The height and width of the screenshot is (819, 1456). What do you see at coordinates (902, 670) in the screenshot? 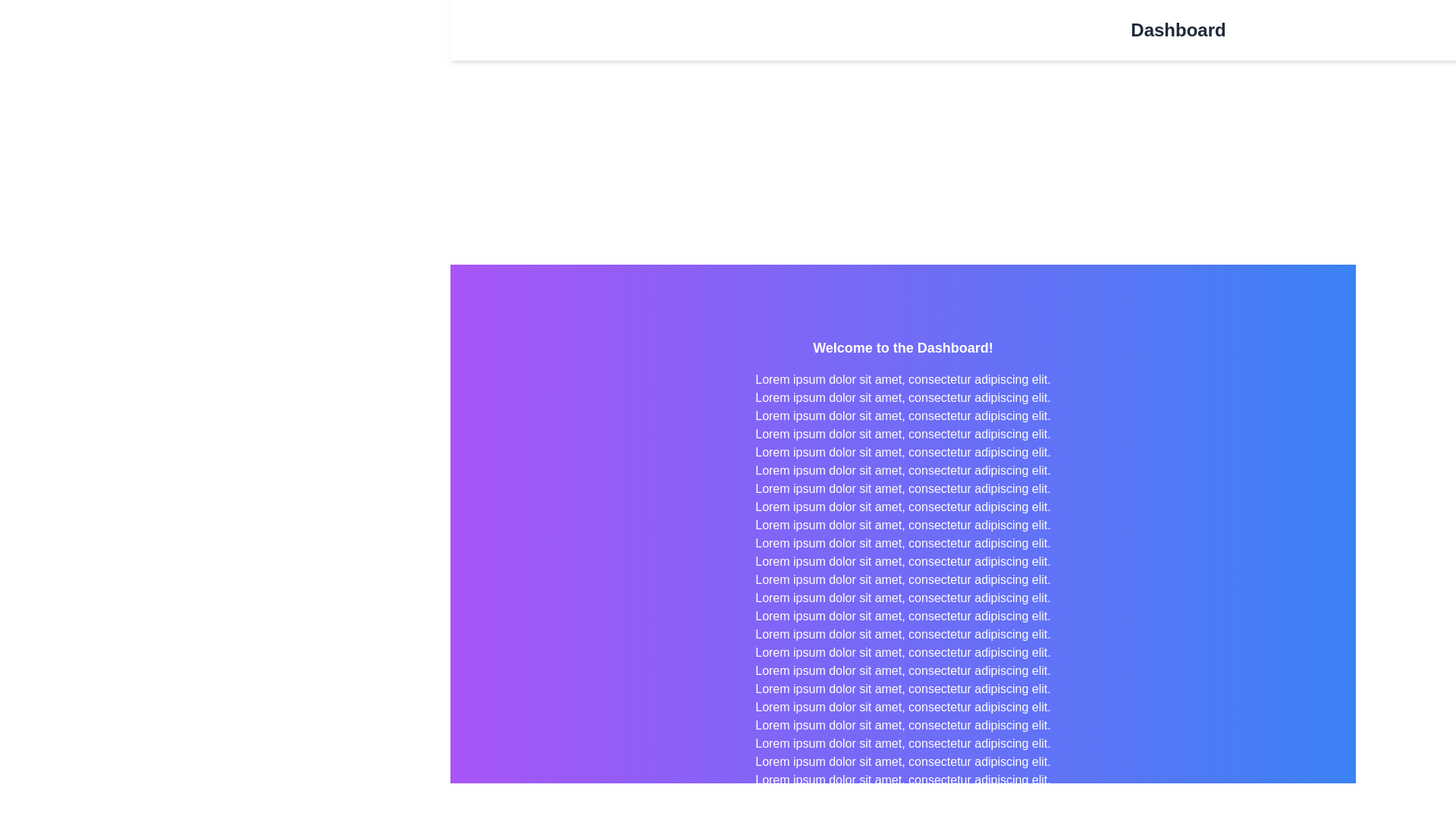
I see `the 19th line of static text that reads 'Lorem ipsum dolor sit amet, consectetur adipiscing elit.' styled with white color against a blue-to-purple gradient background` at bounding box center [902, 670].